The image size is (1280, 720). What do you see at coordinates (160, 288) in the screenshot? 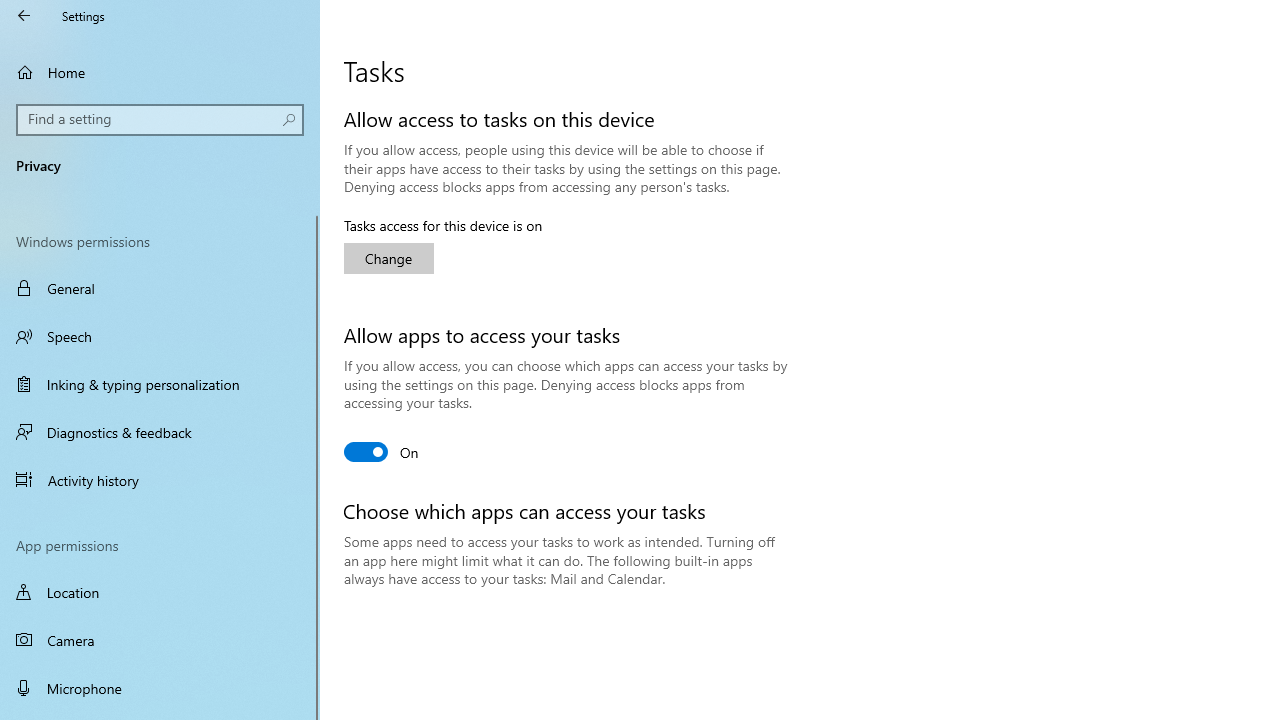
I see `'General'` at bounding box center [160, 288].